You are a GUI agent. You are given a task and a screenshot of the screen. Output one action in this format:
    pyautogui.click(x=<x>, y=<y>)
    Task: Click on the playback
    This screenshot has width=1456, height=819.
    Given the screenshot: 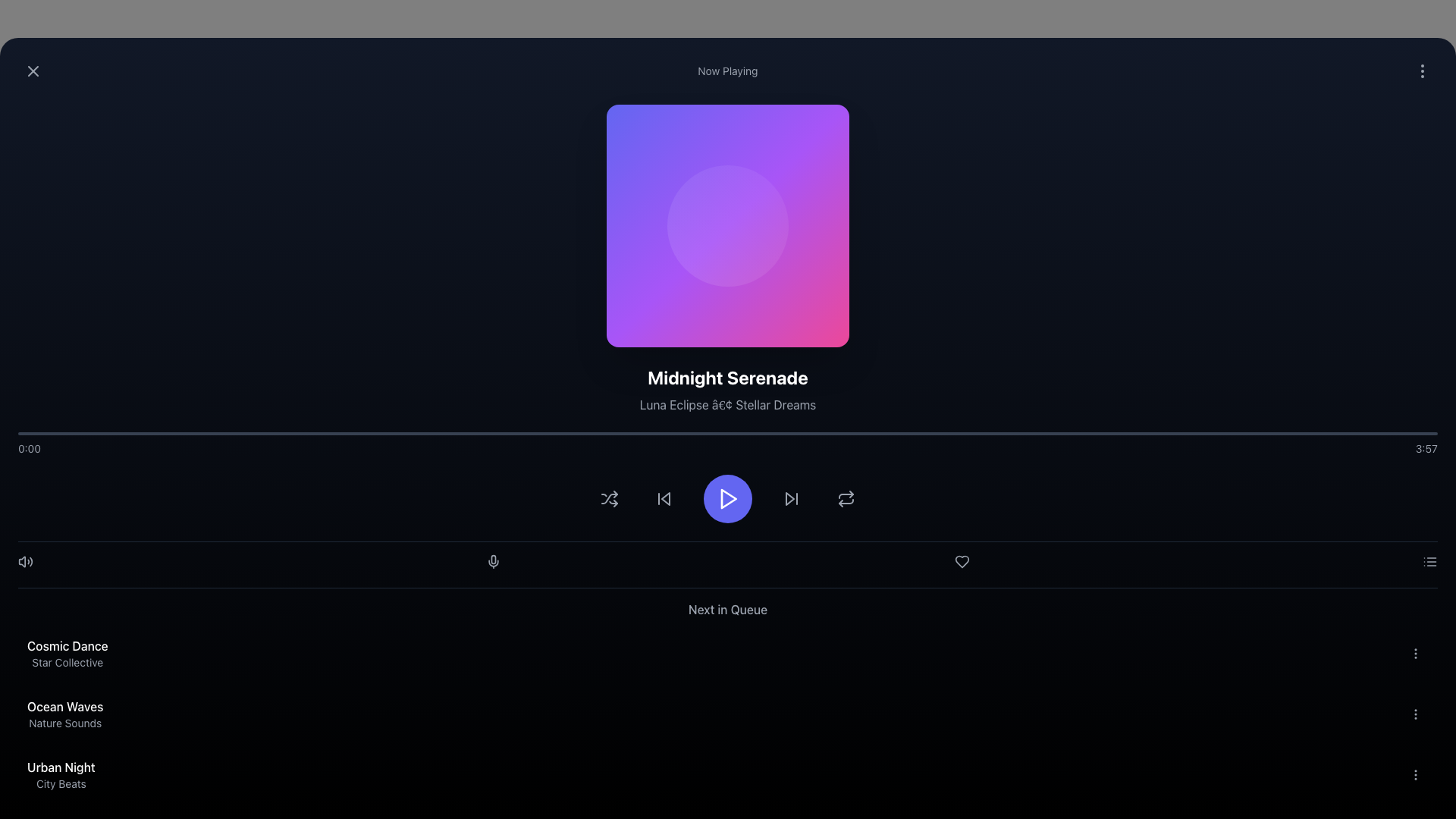 What is the action you would take?
    pyautogui.click(x=592, y=433)
    